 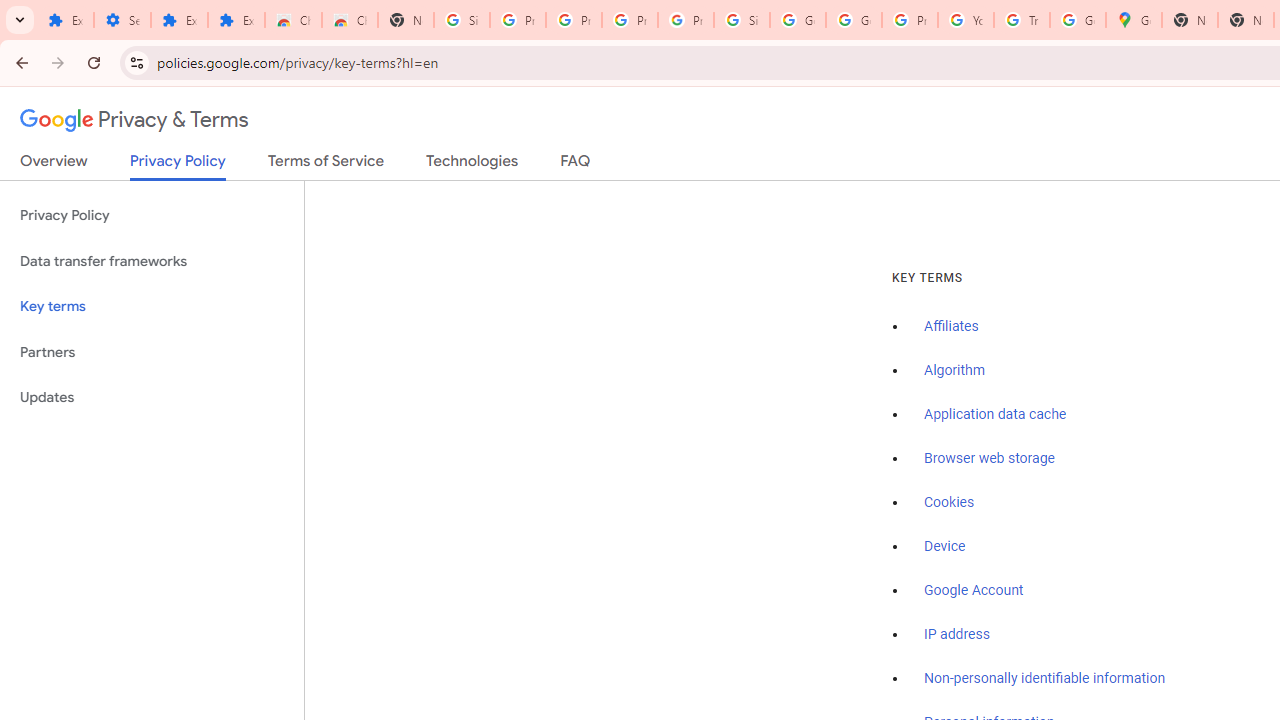 What do you see at coordinates (995, 414) in the screenshot?
I see `'Application data cache'` at bounding box center [995, 414].